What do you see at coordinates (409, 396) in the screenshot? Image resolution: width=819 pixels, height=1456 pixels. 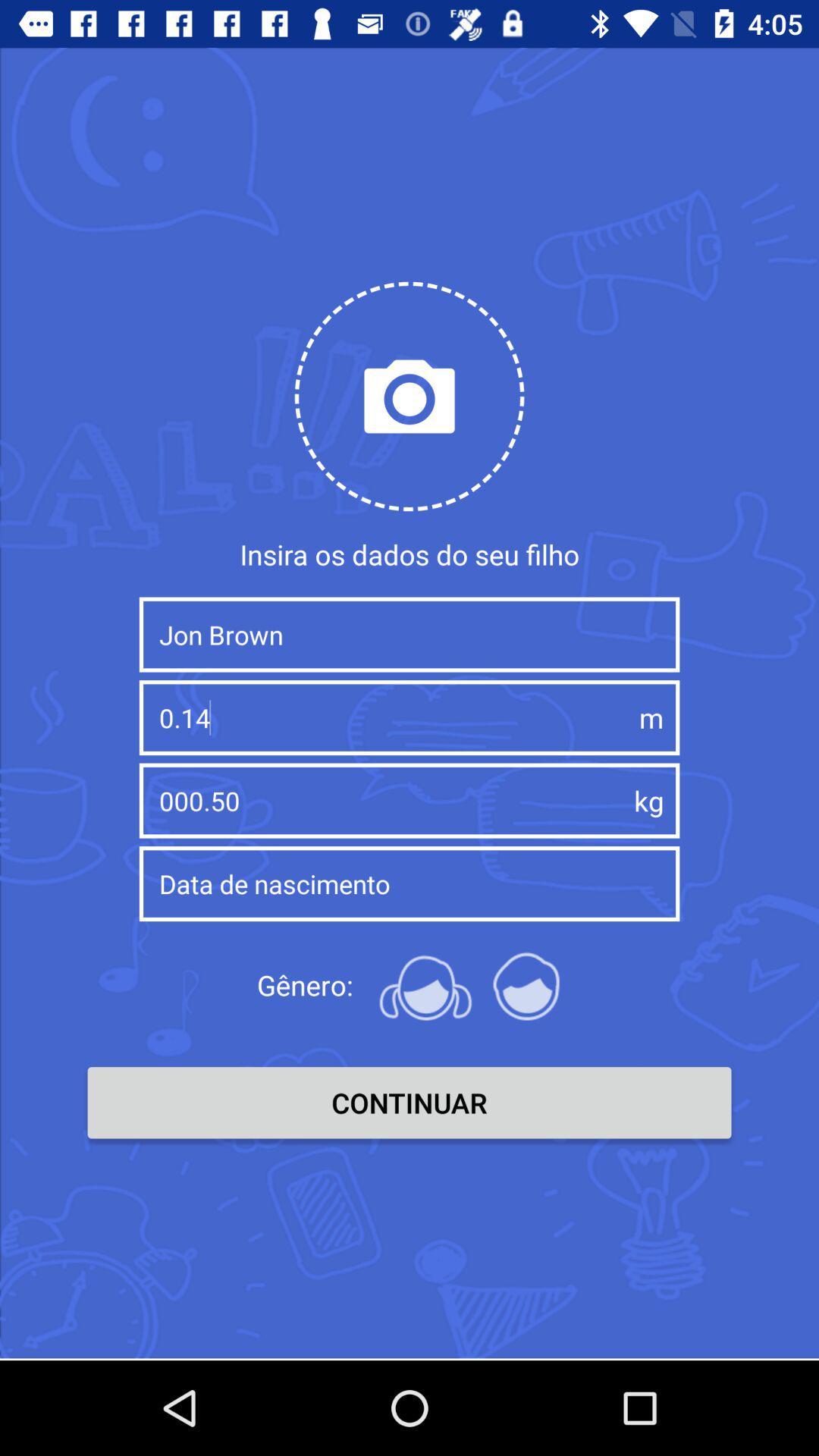 I see `camera` at bounding box center [409, 396].